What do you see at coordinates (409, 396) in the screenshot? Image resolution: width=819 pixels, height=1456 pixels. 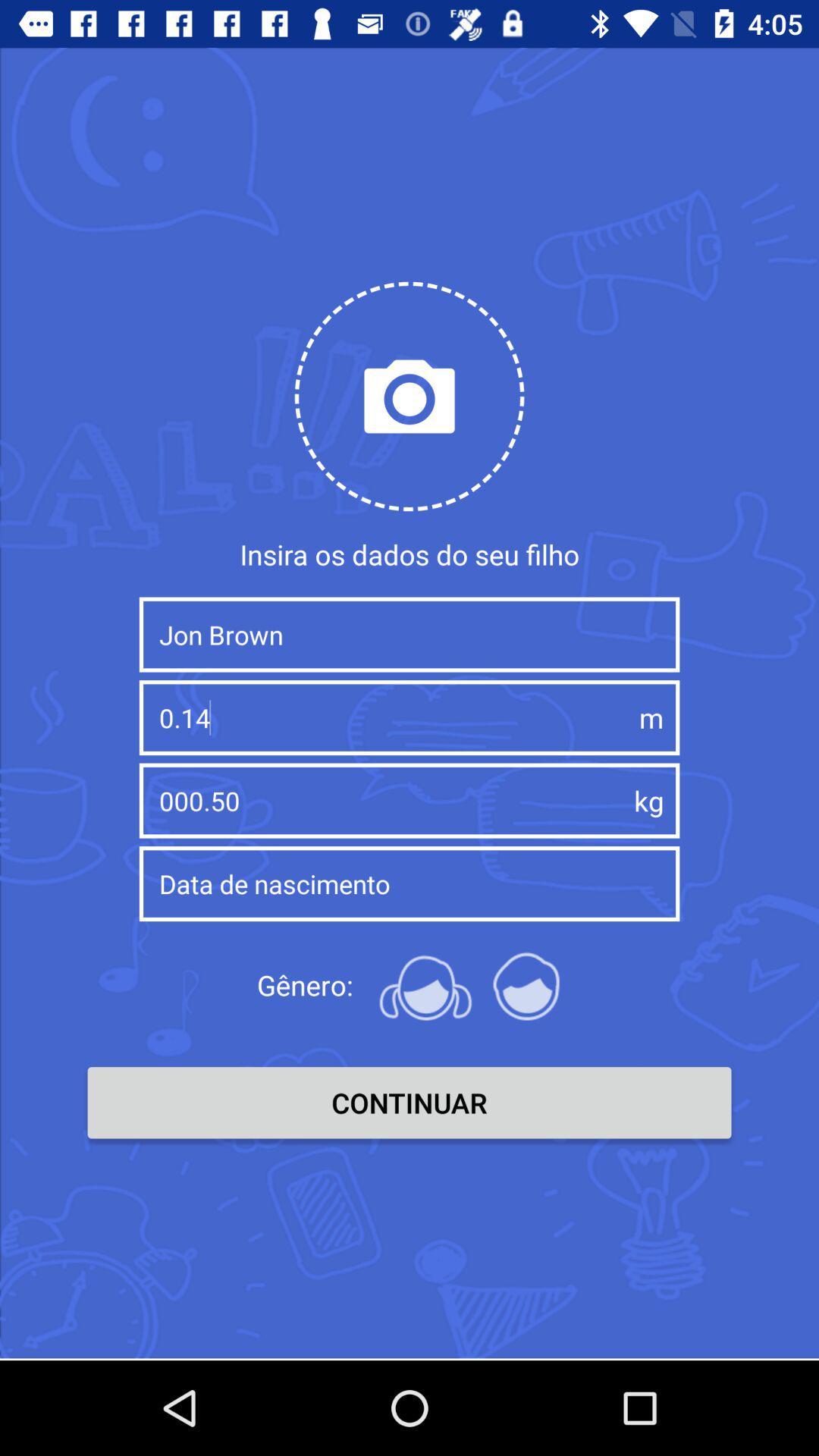 I see `camera` at bounding box center [409, 396].